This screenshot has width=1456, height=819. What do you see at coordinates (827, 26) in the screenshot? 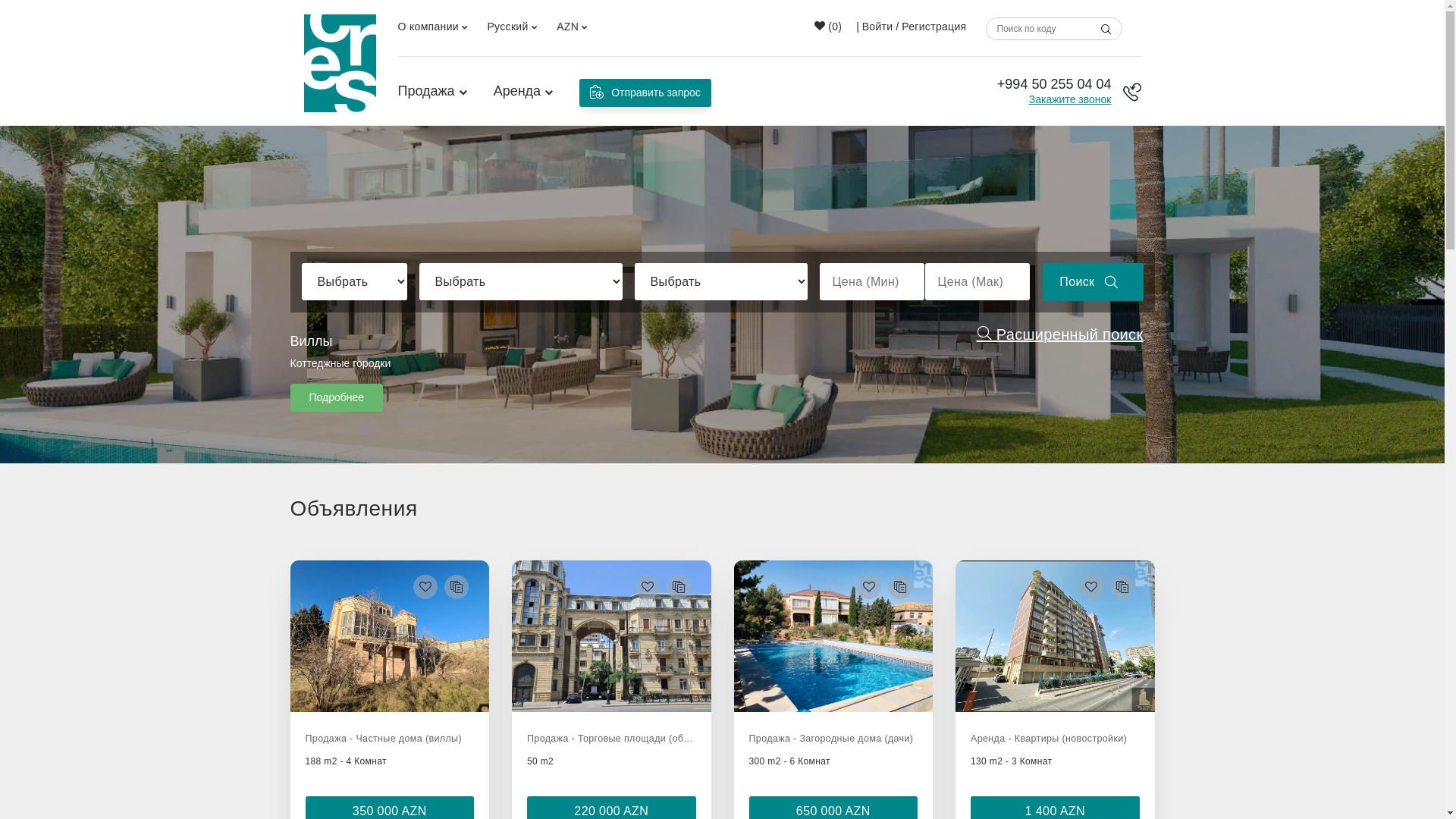
I see `'(0)'` at bounding box center [827, 26].